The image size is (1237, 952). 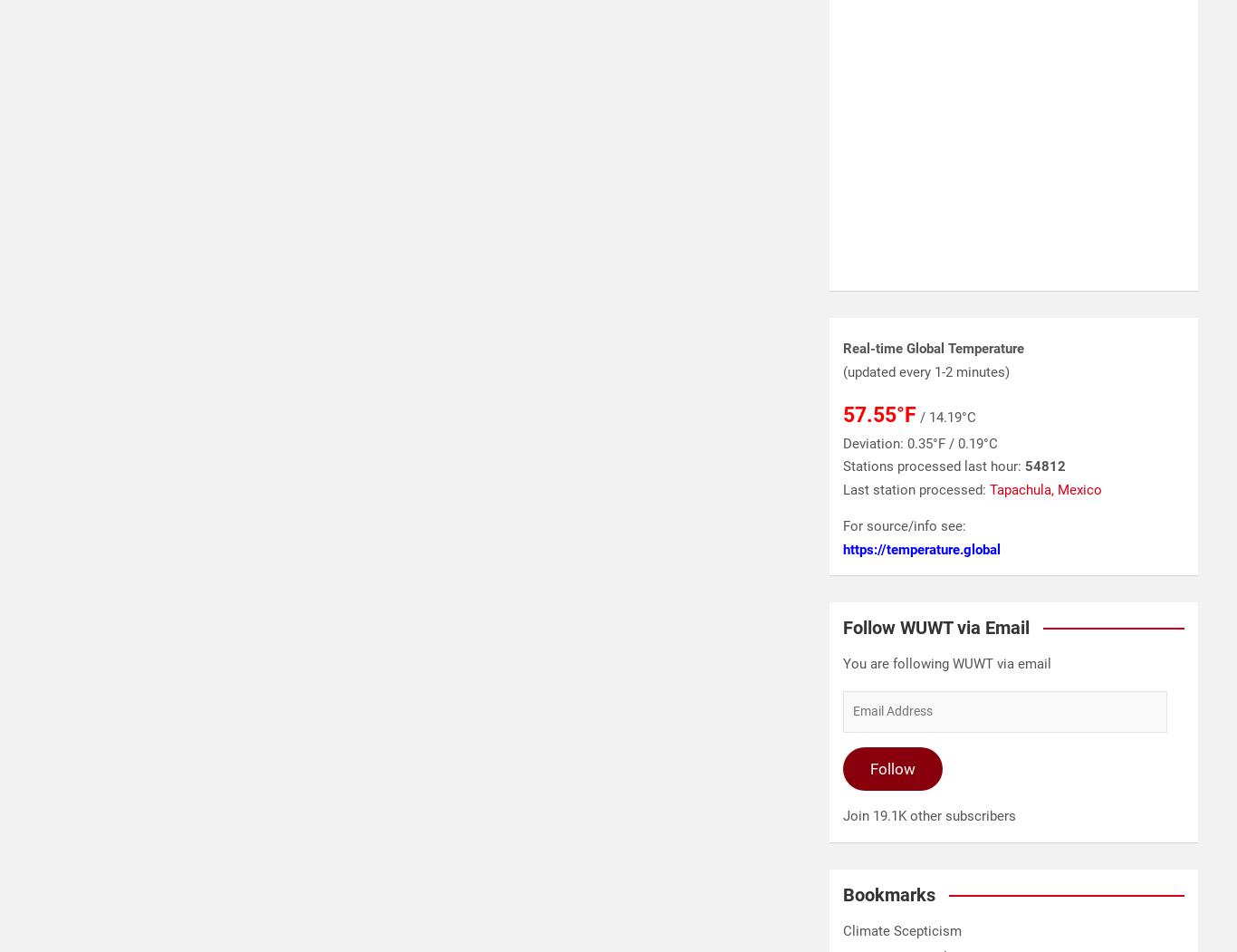 I want to click on 'Follow', so click(x=892, y=768).